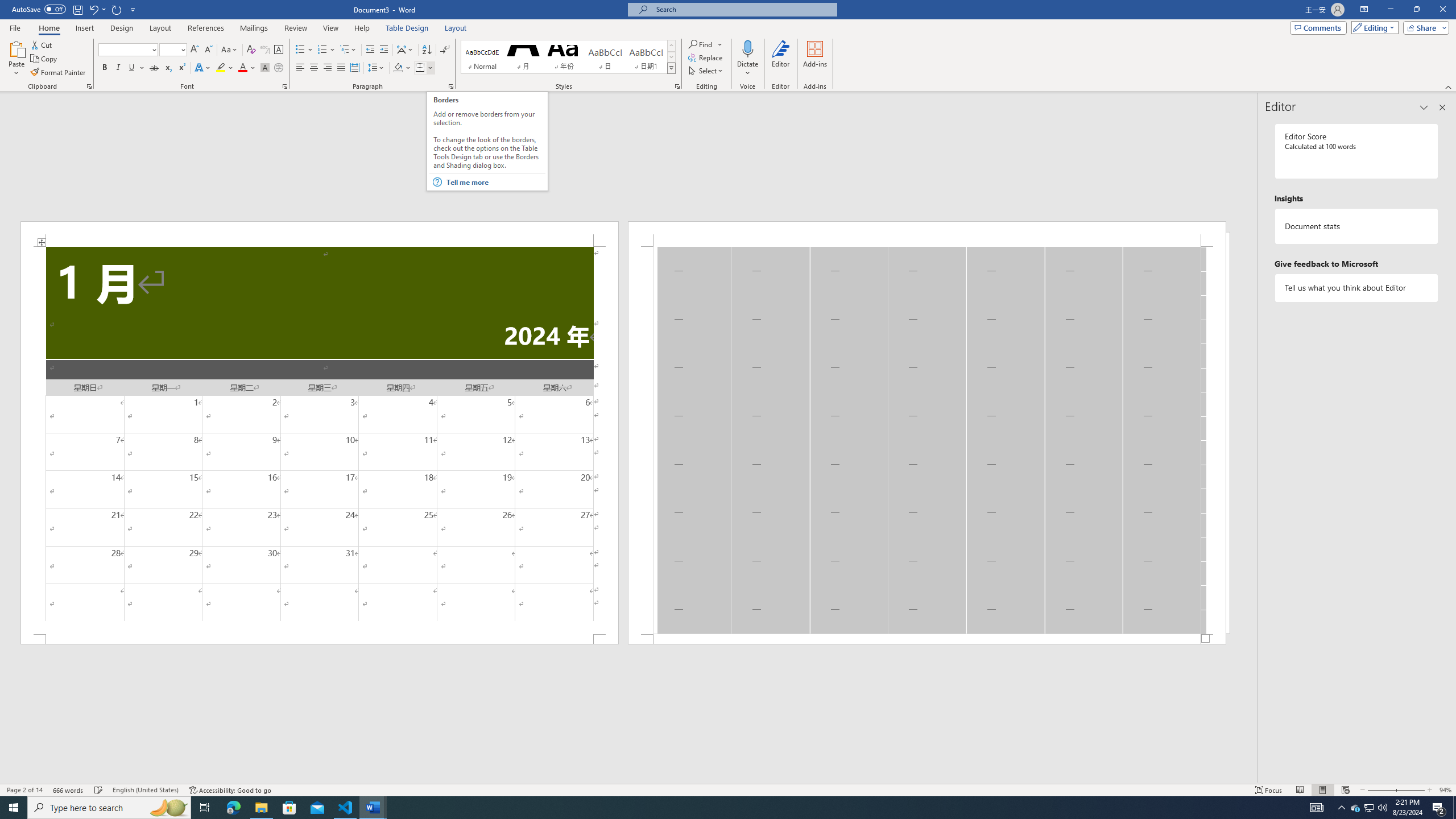 This screenshot has width=1456, height=819. What do you see at coordinates (99, 790) in the screenshot?
I see `'Spelling and Grammar Check Checking'` at bounding box center [99, 790].